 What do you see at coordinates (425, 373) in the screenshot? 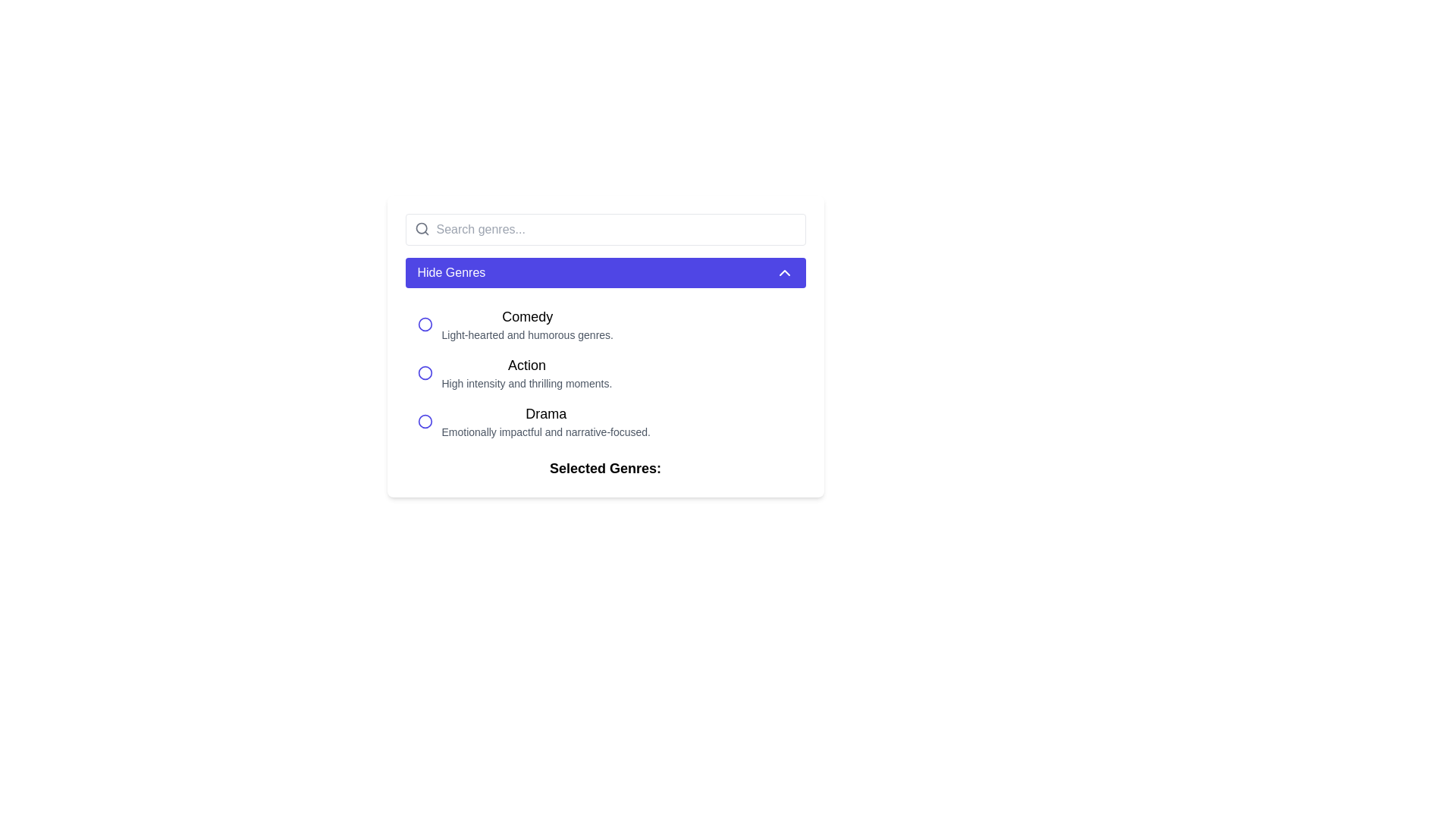
I see `the indigo circular icon with a hollow center located to the left of the text 'Action' to interact with it` at bounding box center [425, 373].